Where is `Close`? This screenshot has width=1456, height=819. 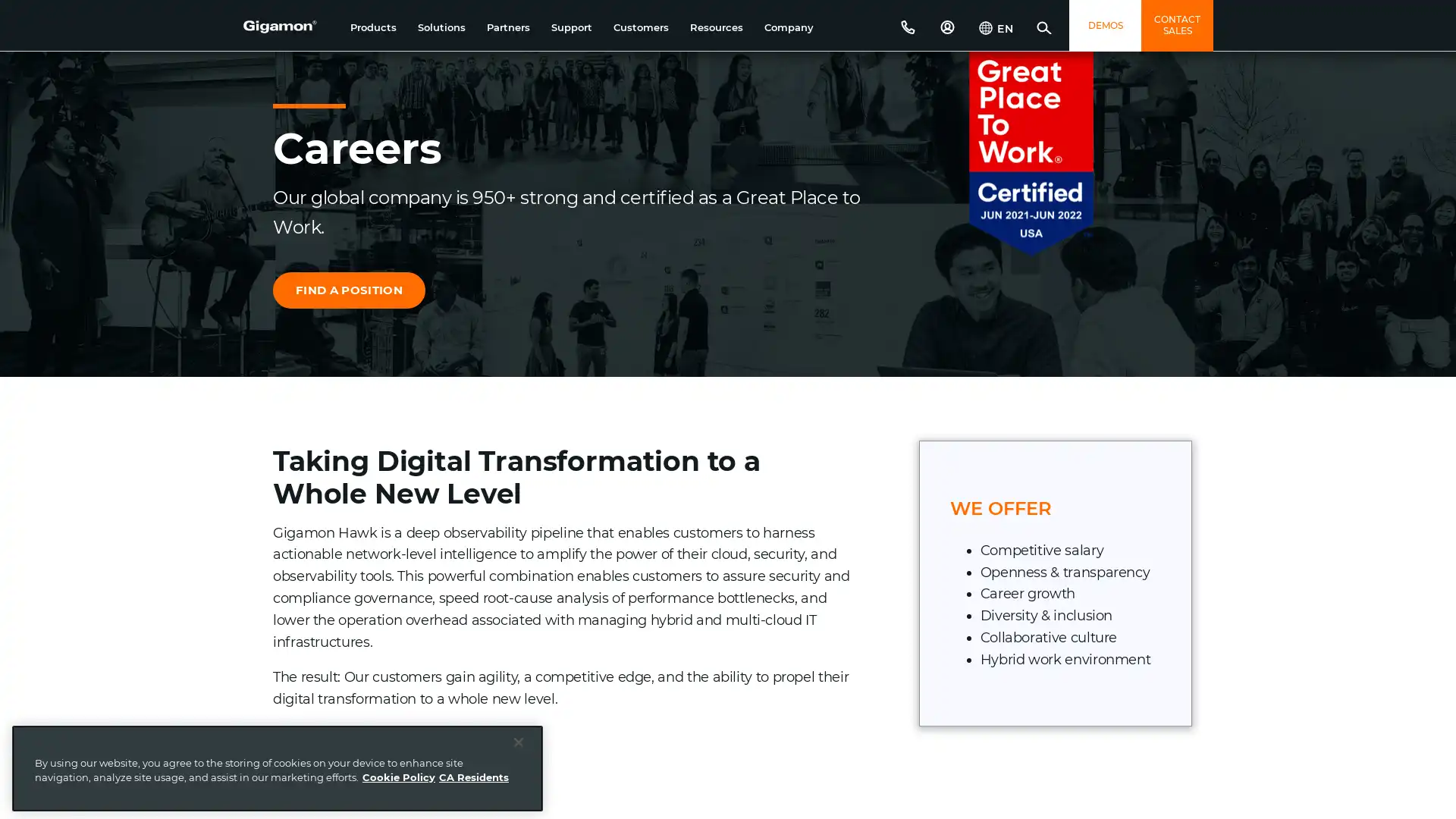
Close is located at coordinates (519, 741).